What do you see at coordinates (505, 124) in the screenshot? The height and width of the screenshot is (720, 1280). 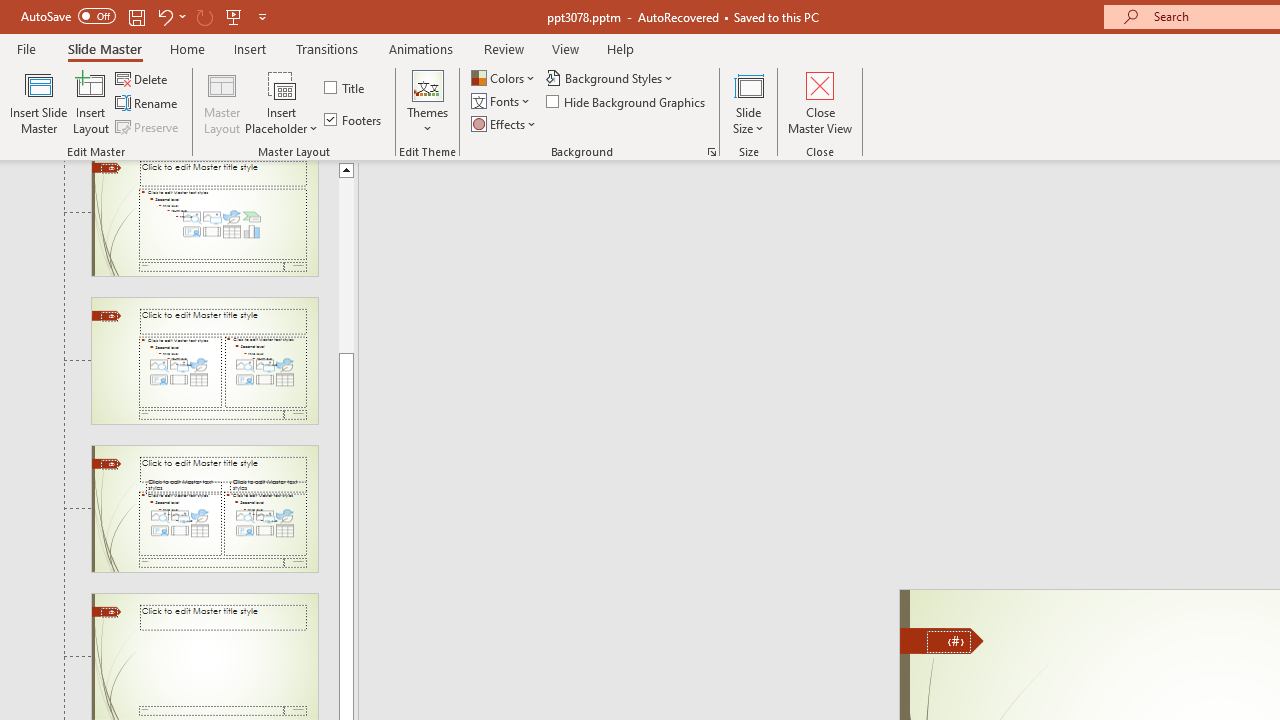 I see `'Effects'` at bounding box center [505, 124].